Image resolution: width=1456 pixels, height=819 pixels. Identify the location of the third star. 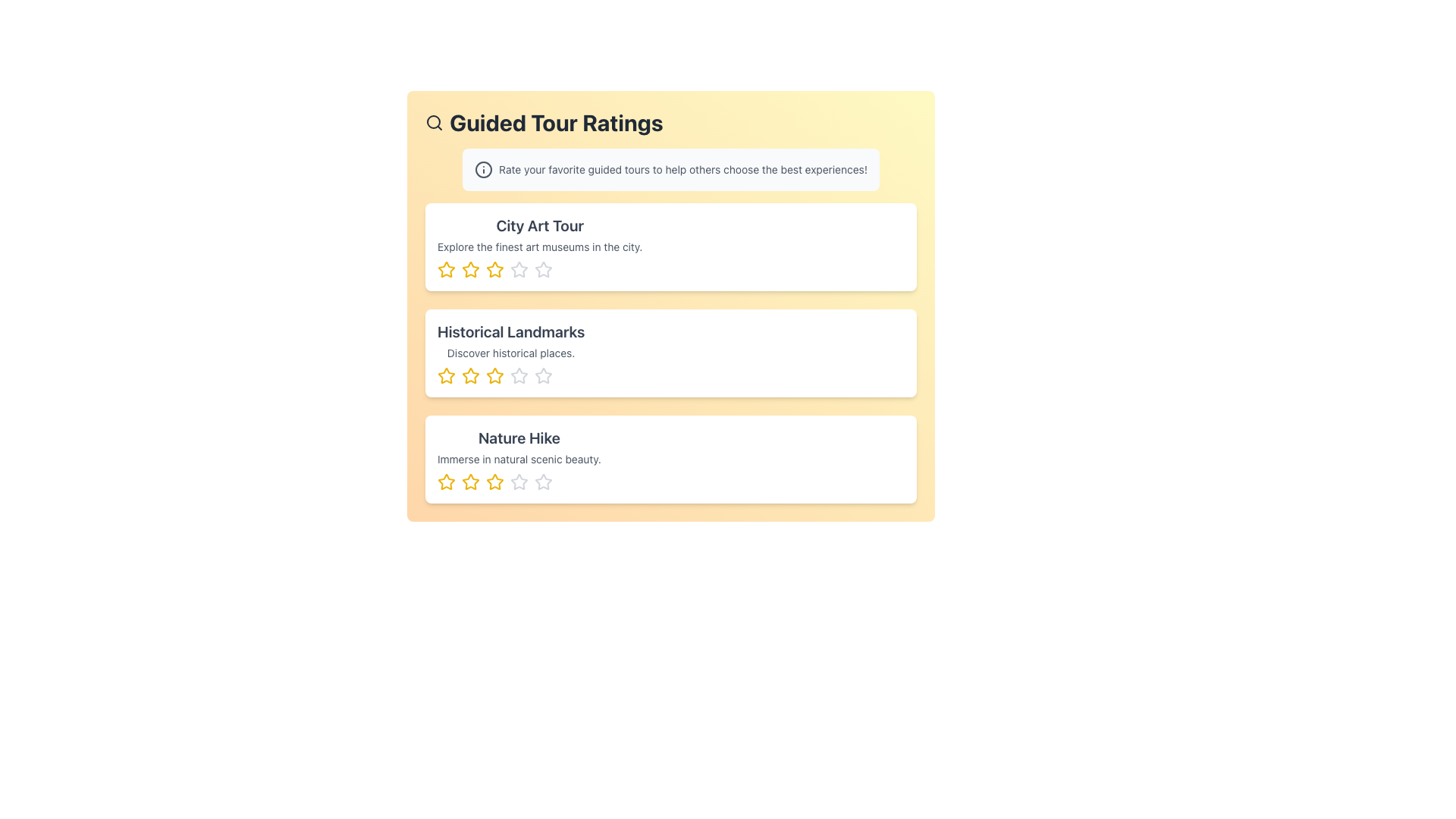
(519, 375).